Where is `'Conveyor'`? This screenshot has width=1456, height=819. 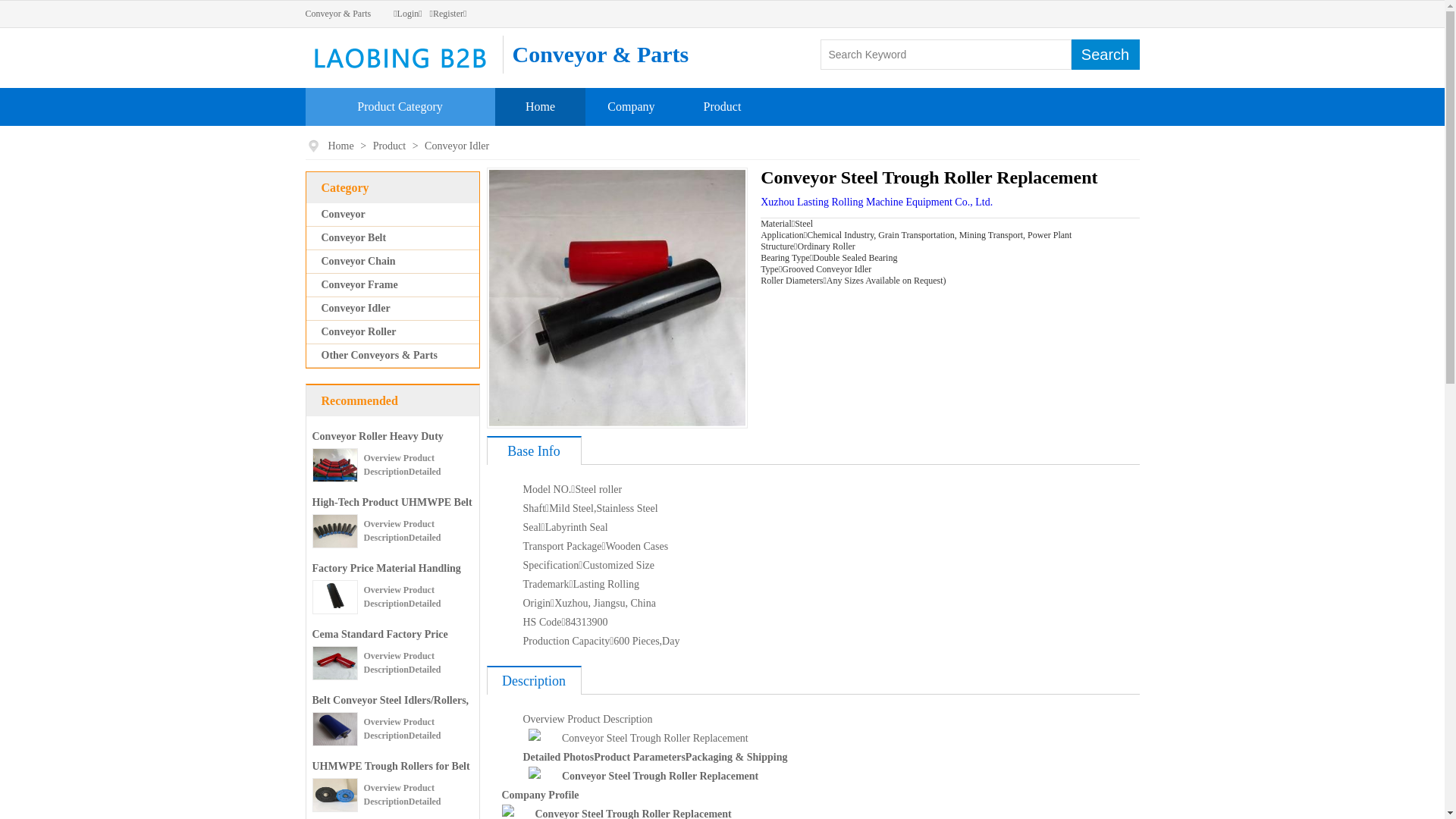 'Conveyor' is located at coordinates (342, 214).